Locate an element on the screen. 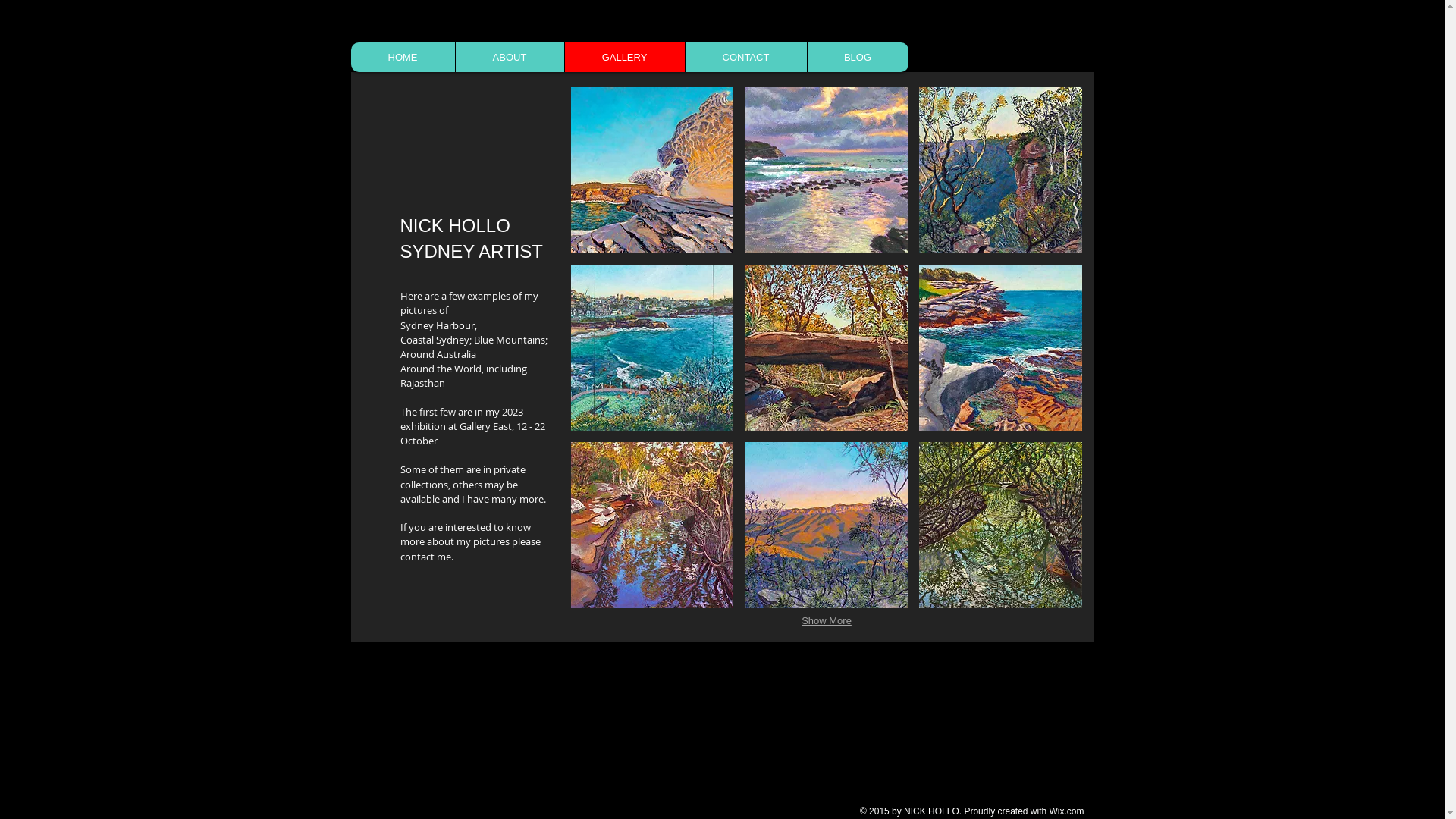 Image resolution: width=1456 pixels, height=819 pixels. 'CONTACT' is located at coordinates (745, 56).